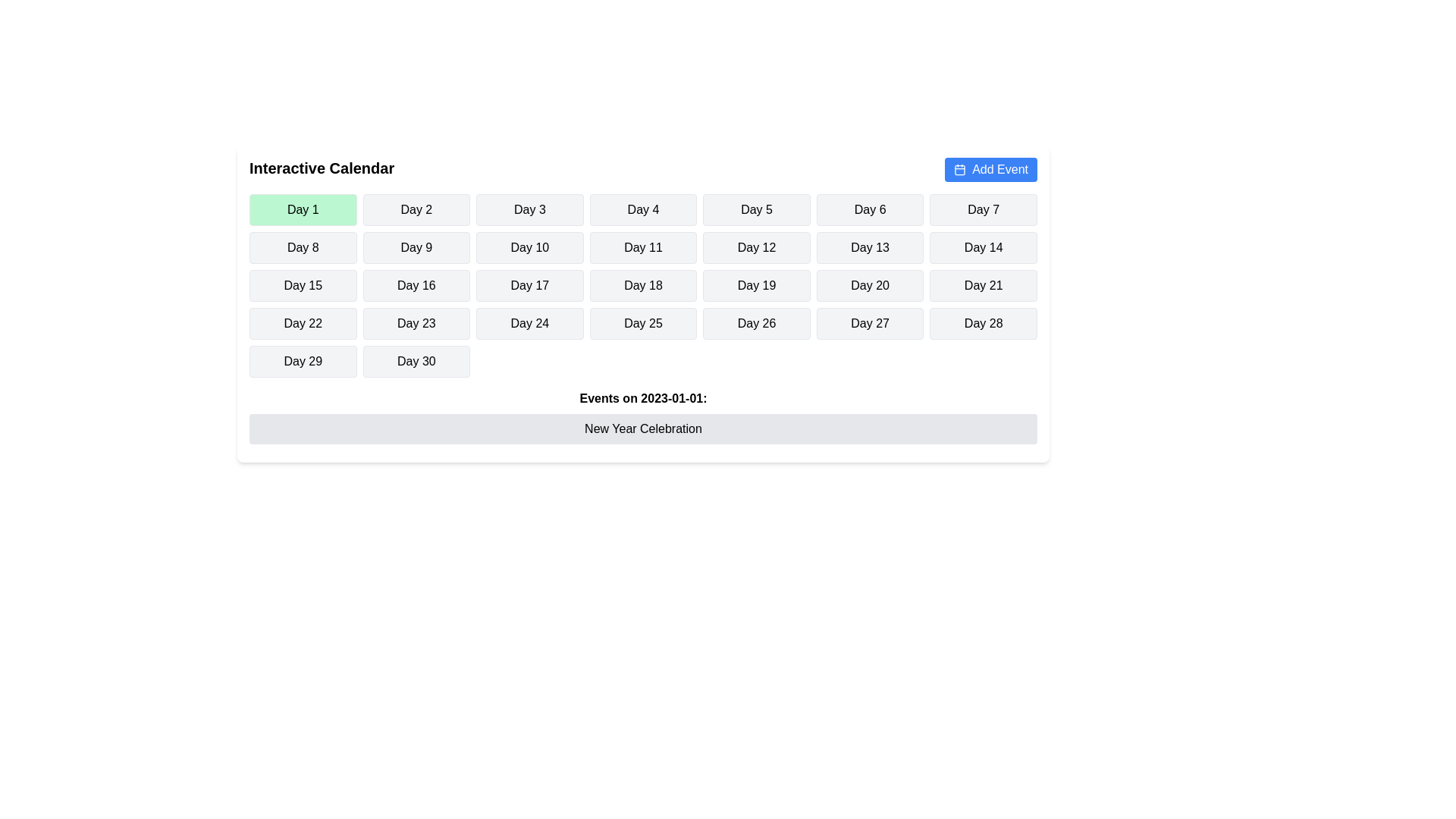 The image size is (1456, 819). What do you see at coordinates (870, 323) in the screenshot?
I see `the 'Day 27' button, which is a rectangular button with rounded corners, light gray background, and is located in the fifth row and sixth column of the grid layout` at bounding box center [870, 323].